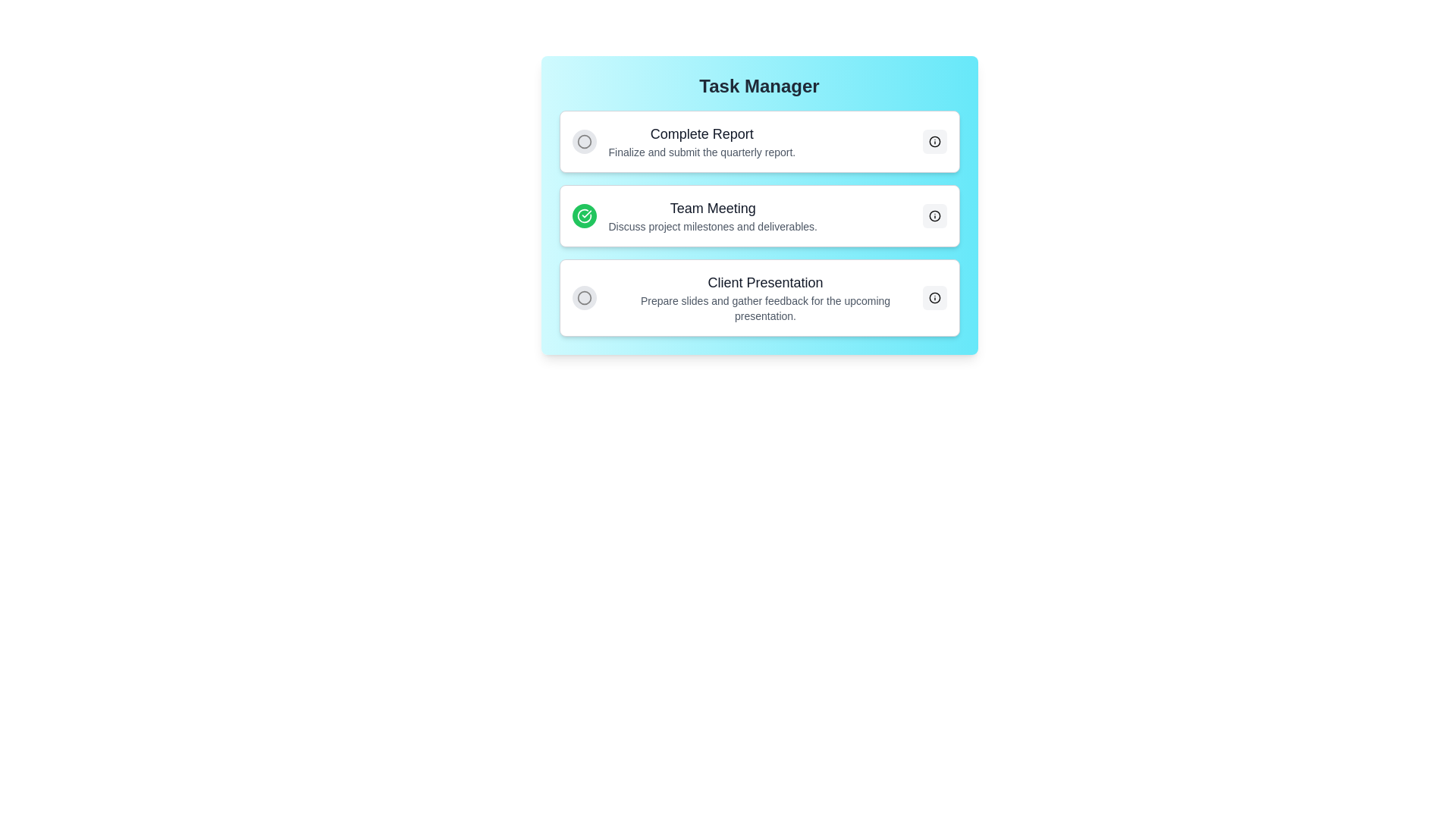 This screenshot has height=819, width=1456. Describe the element at coordinates (765, 298) in the screenshot. I see `the third list item in the task manager interface` at that location.